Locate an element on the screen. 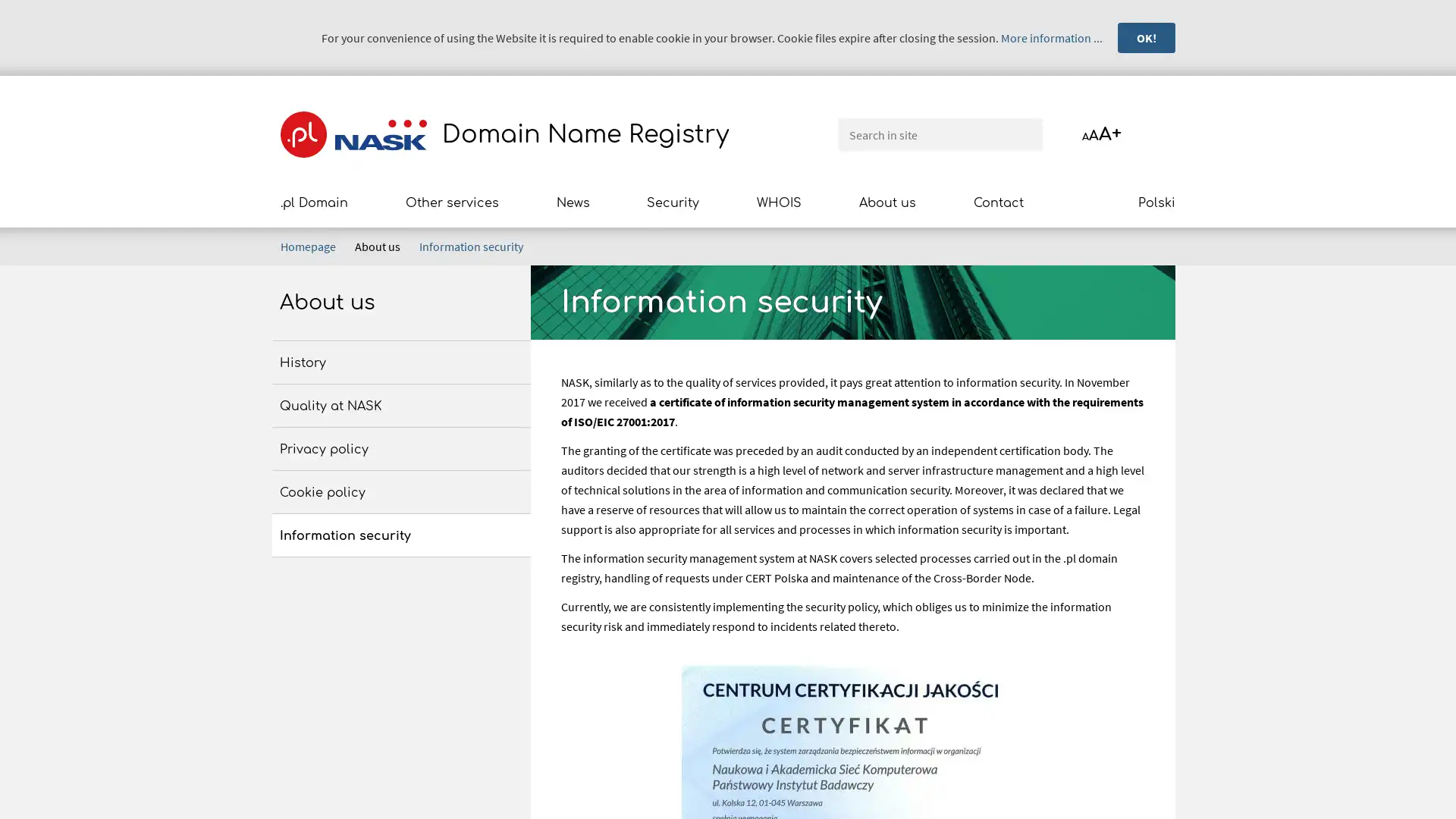 The height and width of the screenshot is (819, 1456). Search is located at coordinates (1024, 133).